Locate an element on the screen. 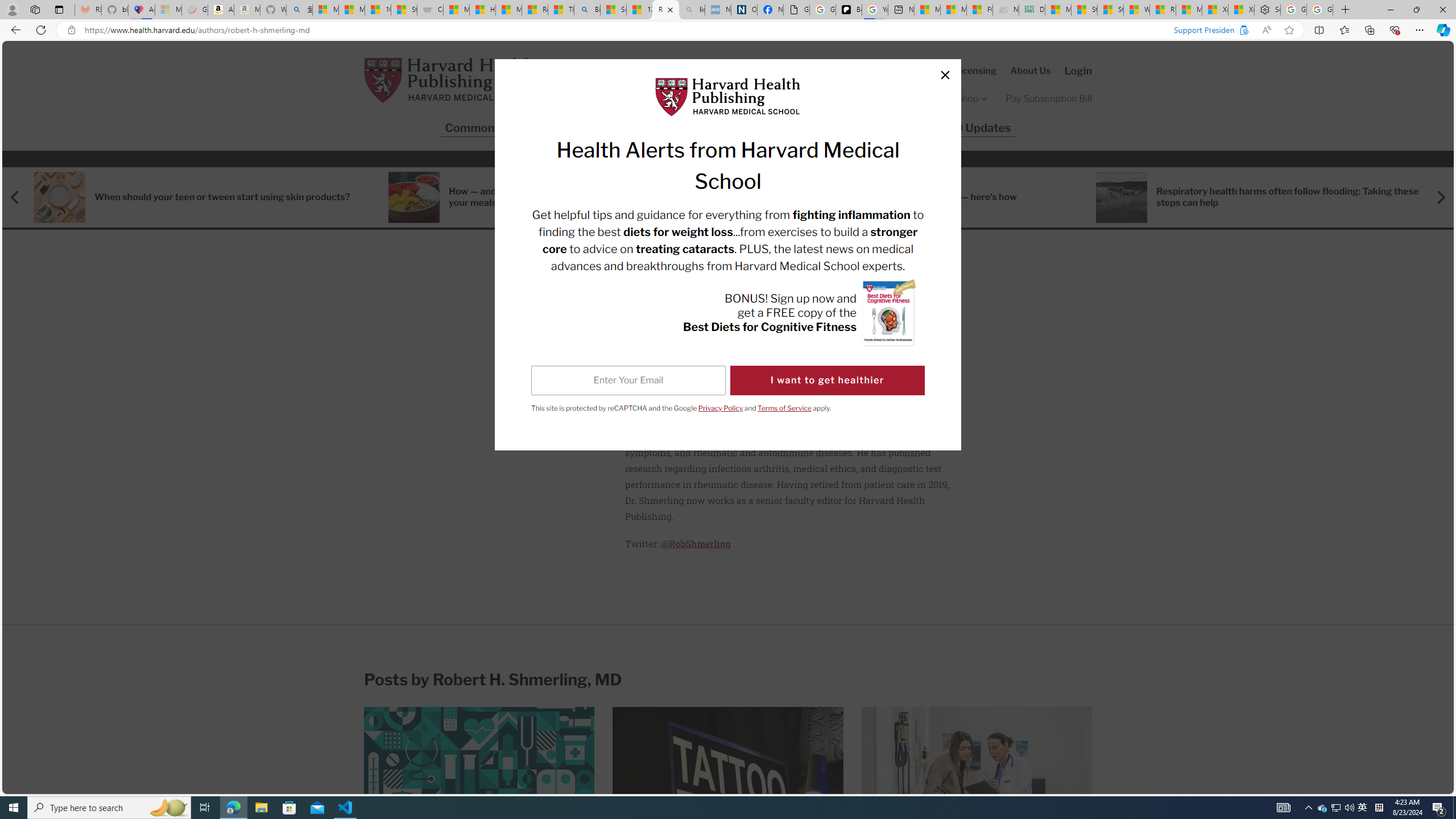 Image resolution: width=1456 pixels, height=819 pixels. 'Harvard Health Publishing Logo' is located at coordinates (728, 96).